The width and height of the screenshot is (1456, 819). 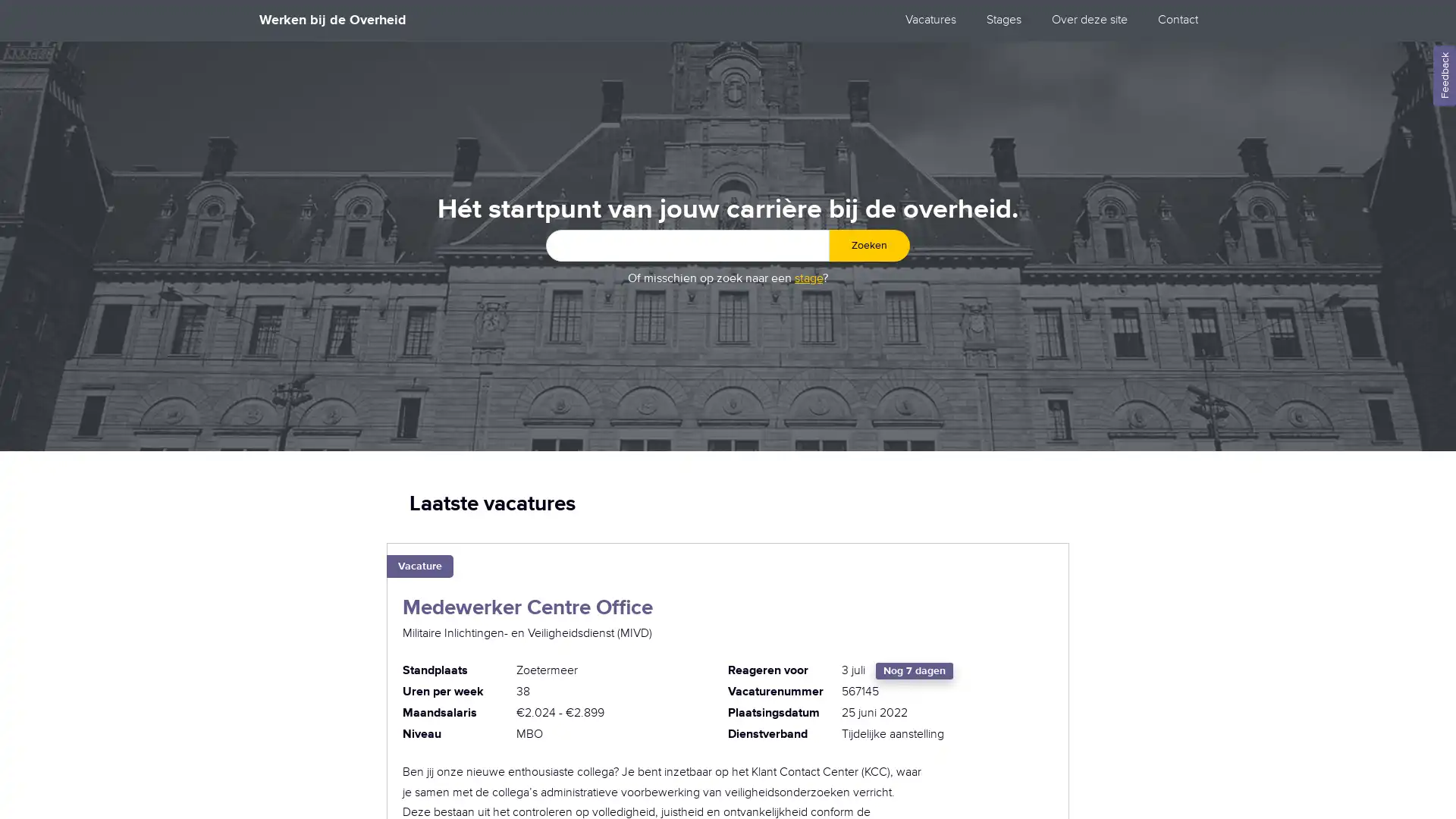 What do you see at coordinates (869, 244) in the screenshot?
I see `Zoeken` at bounding box center [869, 244].